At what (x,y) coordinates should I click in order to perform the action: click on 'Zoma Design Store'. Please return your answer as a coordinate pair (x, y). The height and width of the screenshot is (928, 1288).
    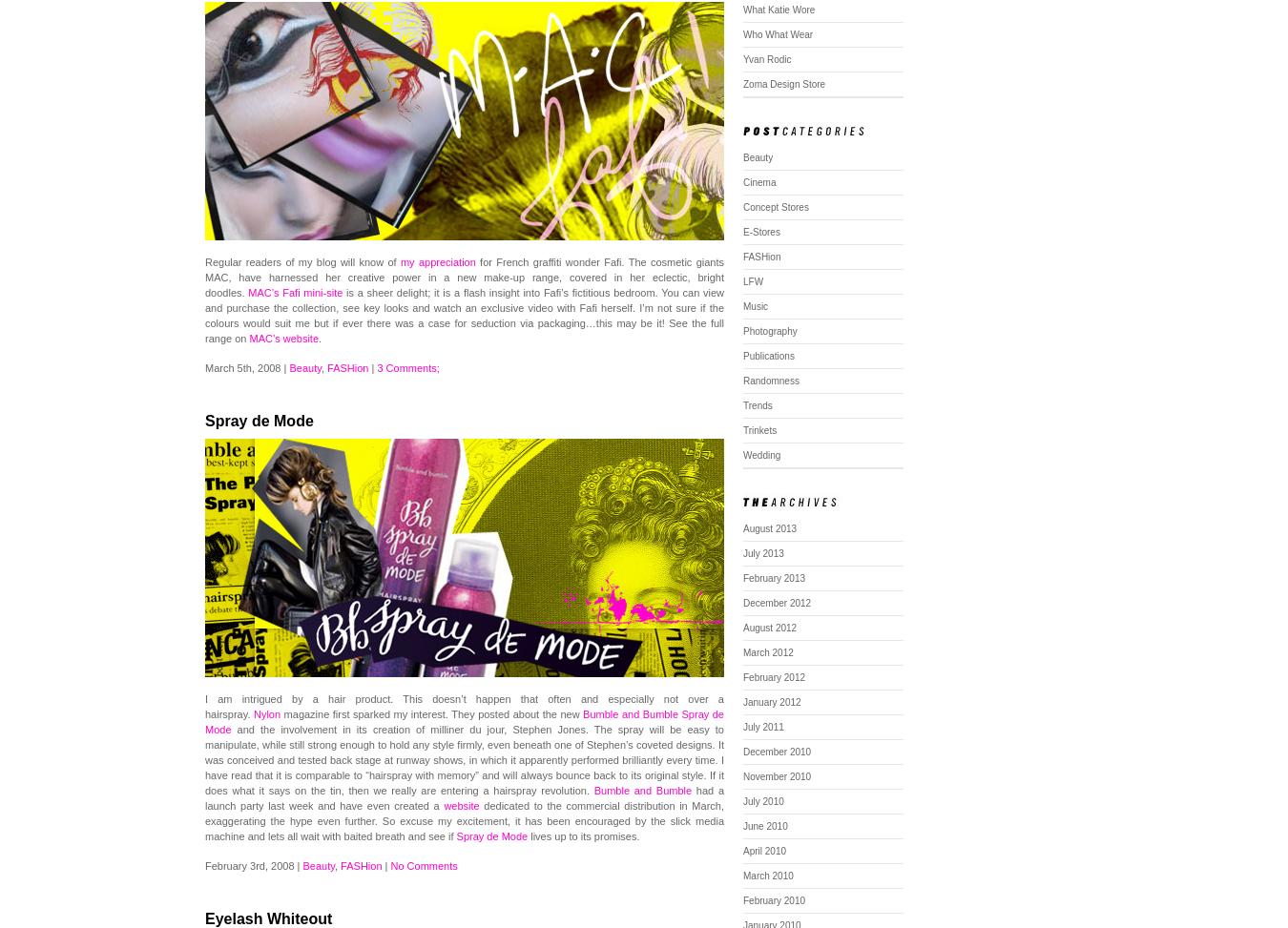
    Looking at the image, I should click on (784, 83).